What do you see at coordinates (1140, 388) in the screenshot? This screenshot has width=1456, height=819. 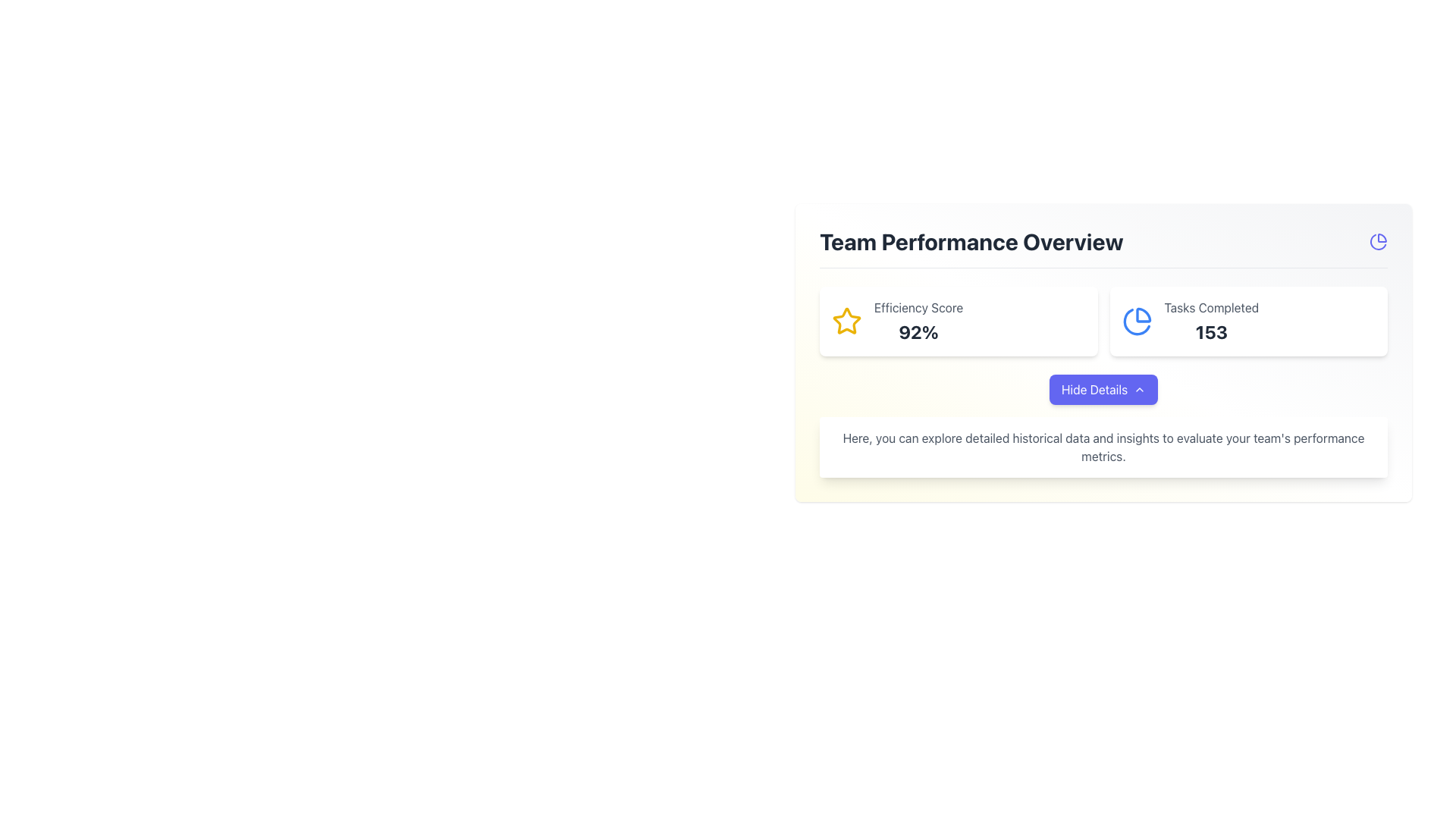 I see `the upward chevron-shaped icon located at the far right of the 'Hide Details' button` at bounding box center [1140, 388].